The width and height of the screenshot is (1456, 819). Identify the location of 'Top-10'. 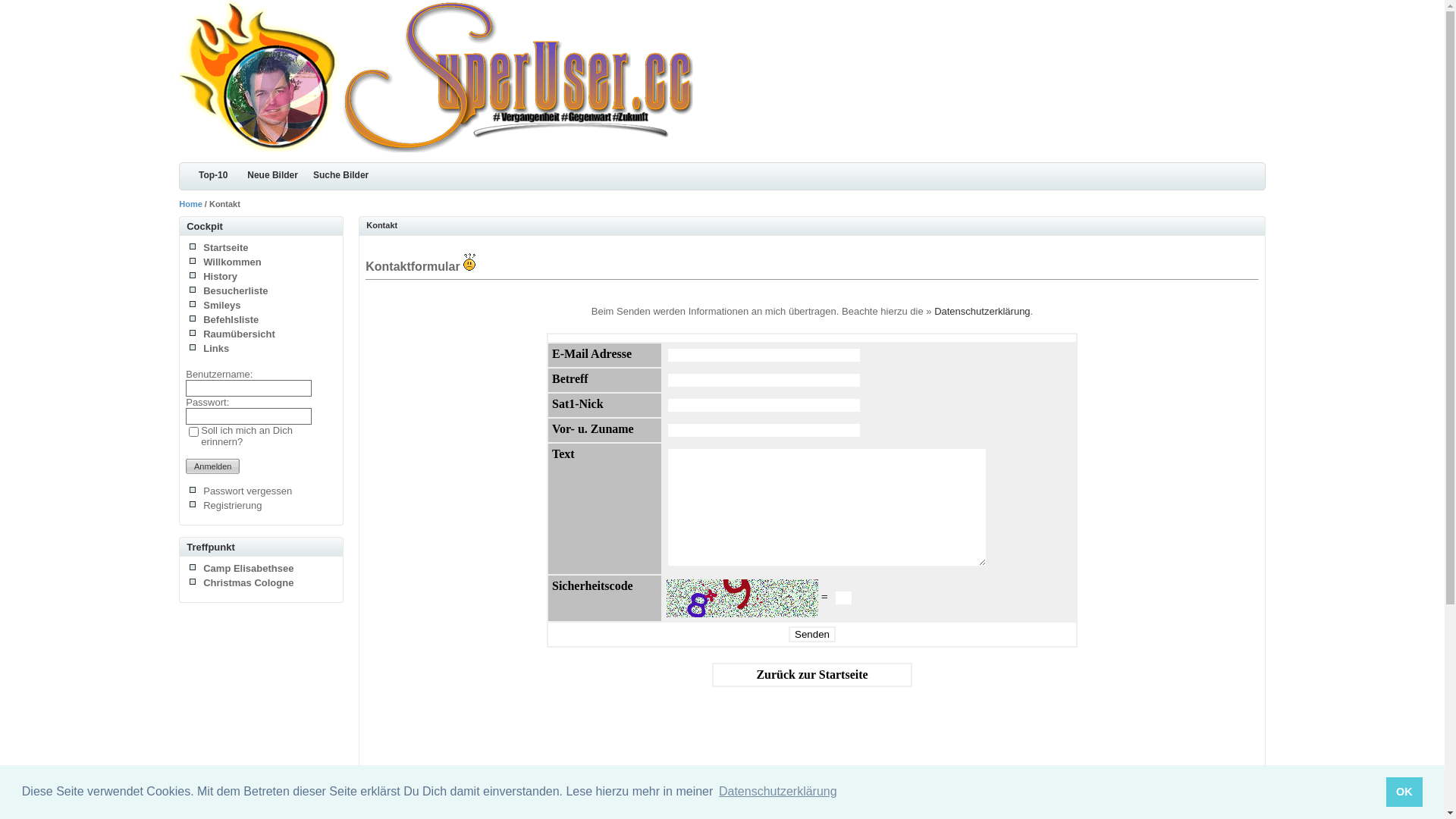
(178, 175).